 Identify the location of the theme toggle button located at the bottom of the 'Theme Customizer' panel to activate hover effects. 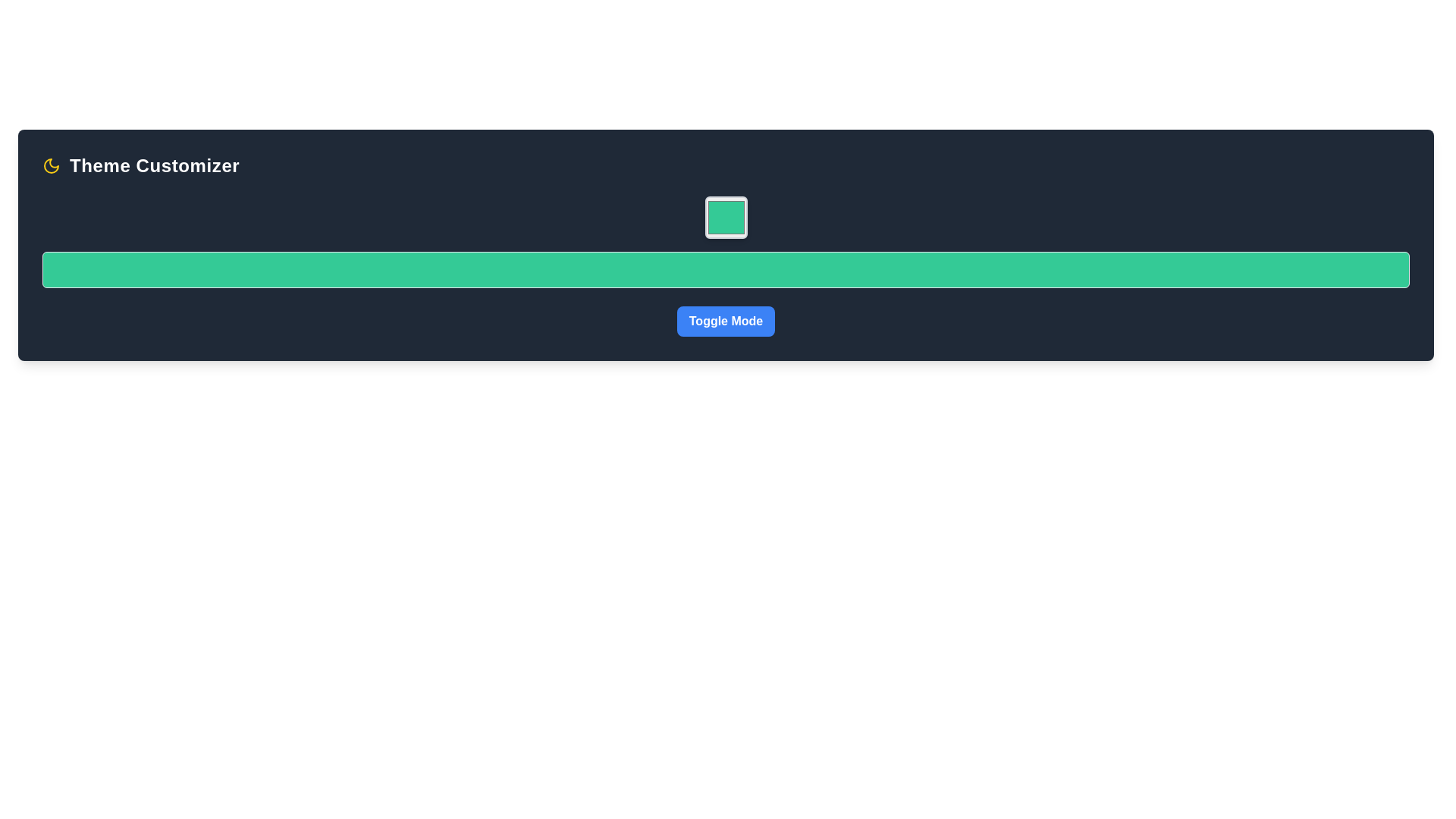
(725, 321).